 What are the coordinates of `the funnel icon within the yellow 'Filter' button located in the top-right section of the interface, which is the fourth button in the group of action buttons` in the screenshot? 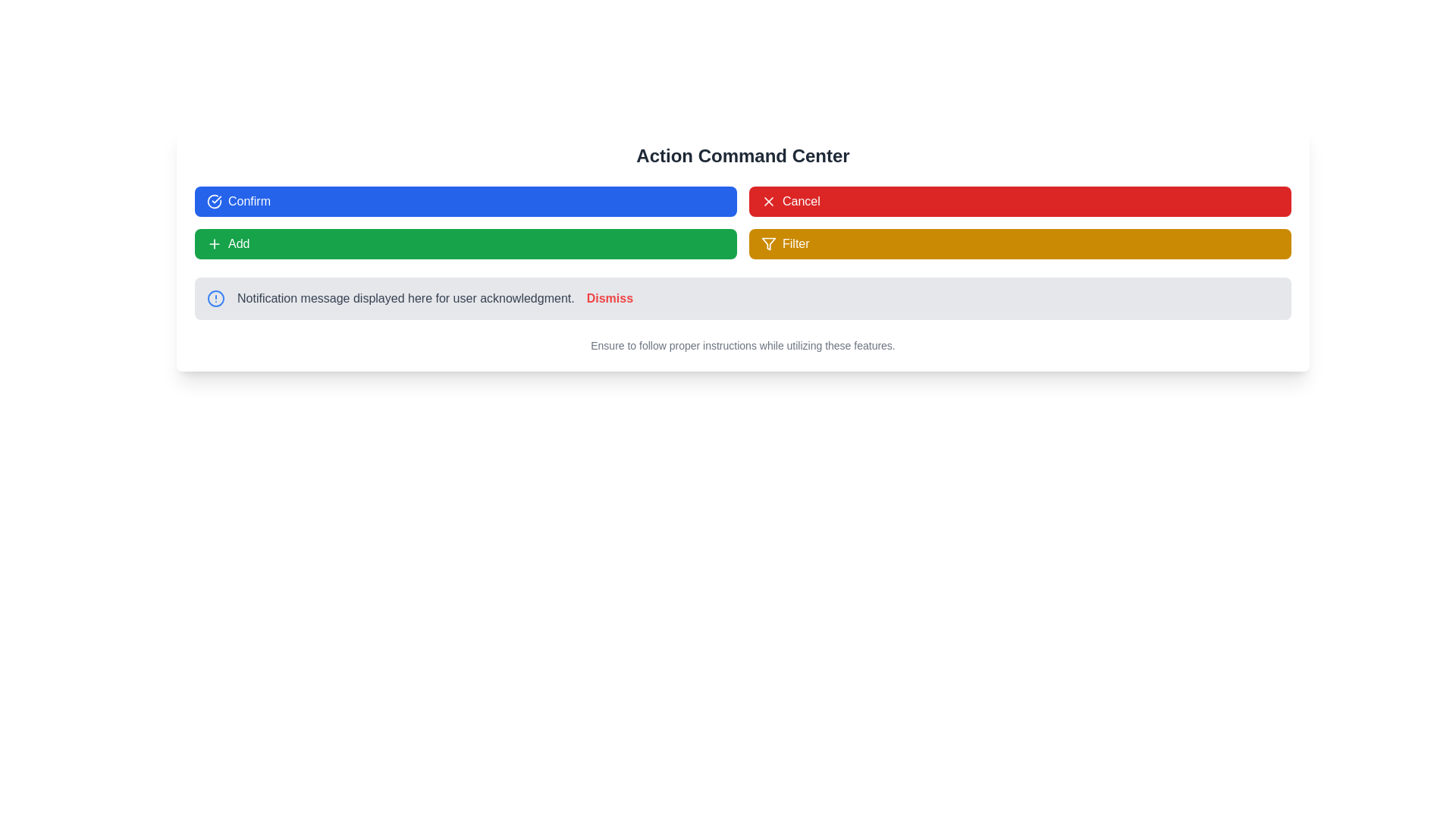 It's located at (768, 243).